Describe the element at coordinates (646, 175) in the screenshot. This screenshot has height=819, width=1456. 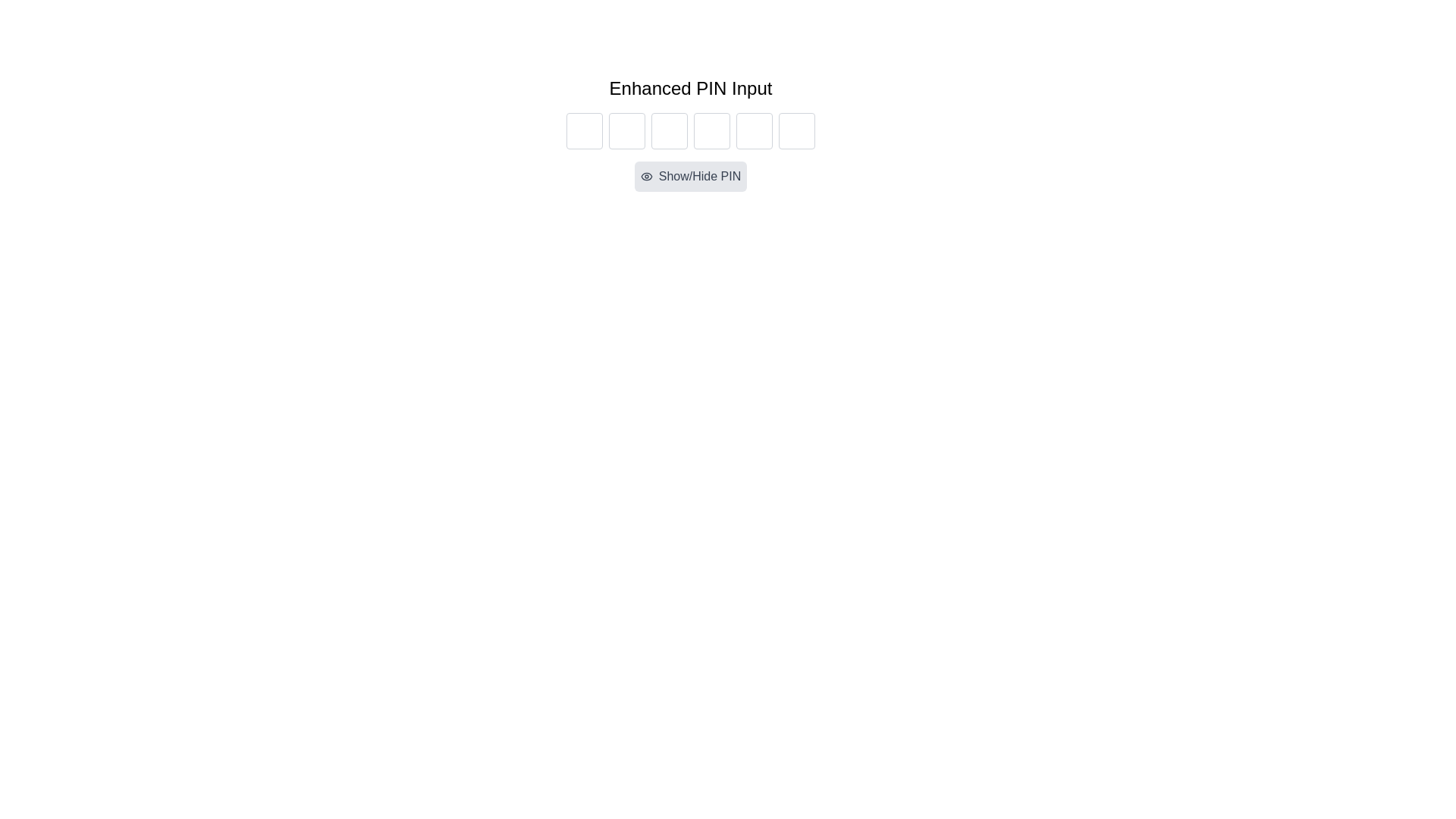
I see `the visibility icon for the 'Show/Hide PIN' button` at that location.